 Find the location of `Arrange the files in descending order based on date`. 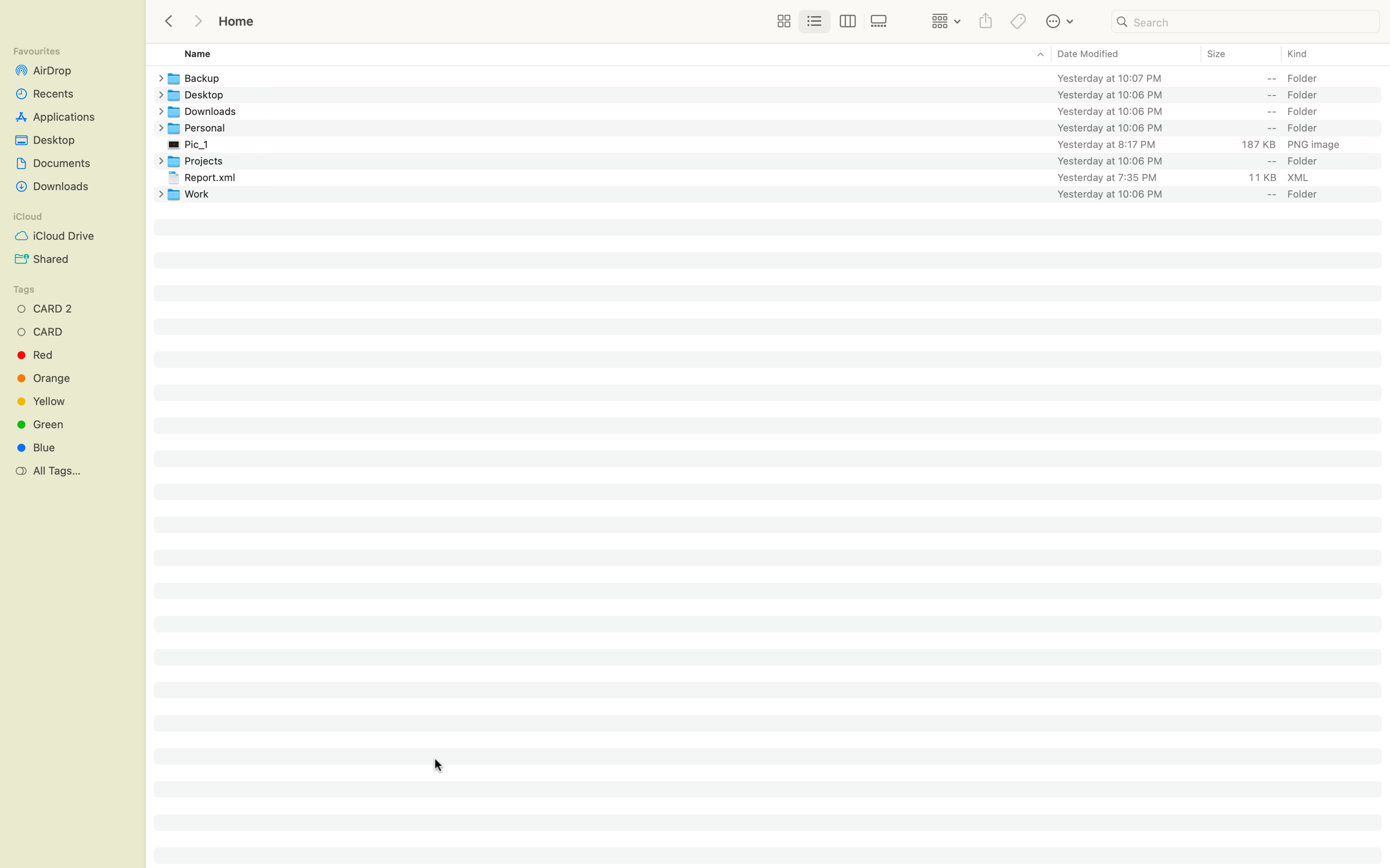

Arrange the files in descending order based on date is located at coordinates (1125, 55).